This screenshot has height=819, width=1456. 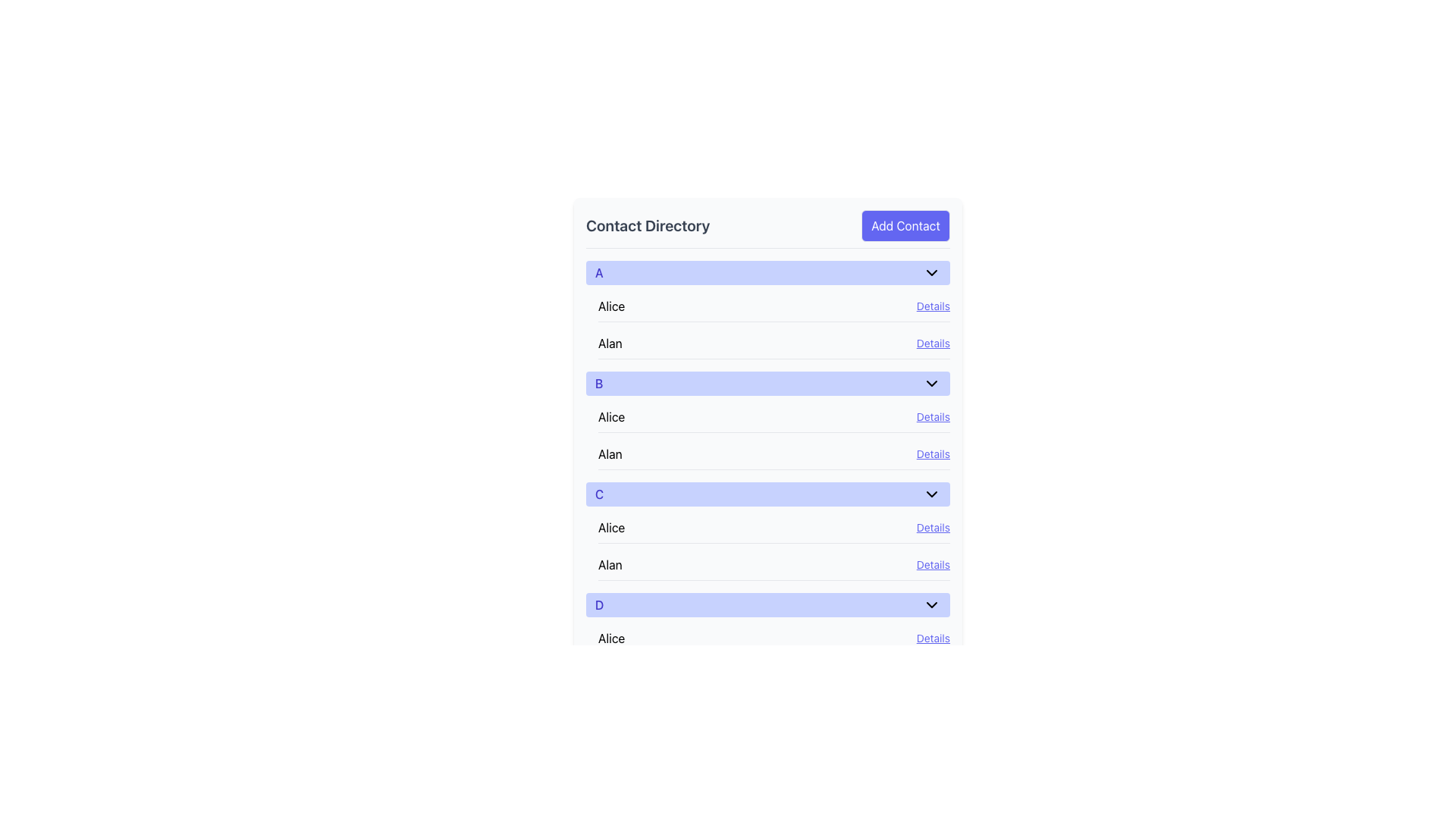 What do you see at coordinates (610, 453) in the screenshot?
I see `the contact's name label 'Alan' in the second row of the contact directory under section 'B', which is positioned to the left of the 'Details' link` at bounding box center [610, 453].